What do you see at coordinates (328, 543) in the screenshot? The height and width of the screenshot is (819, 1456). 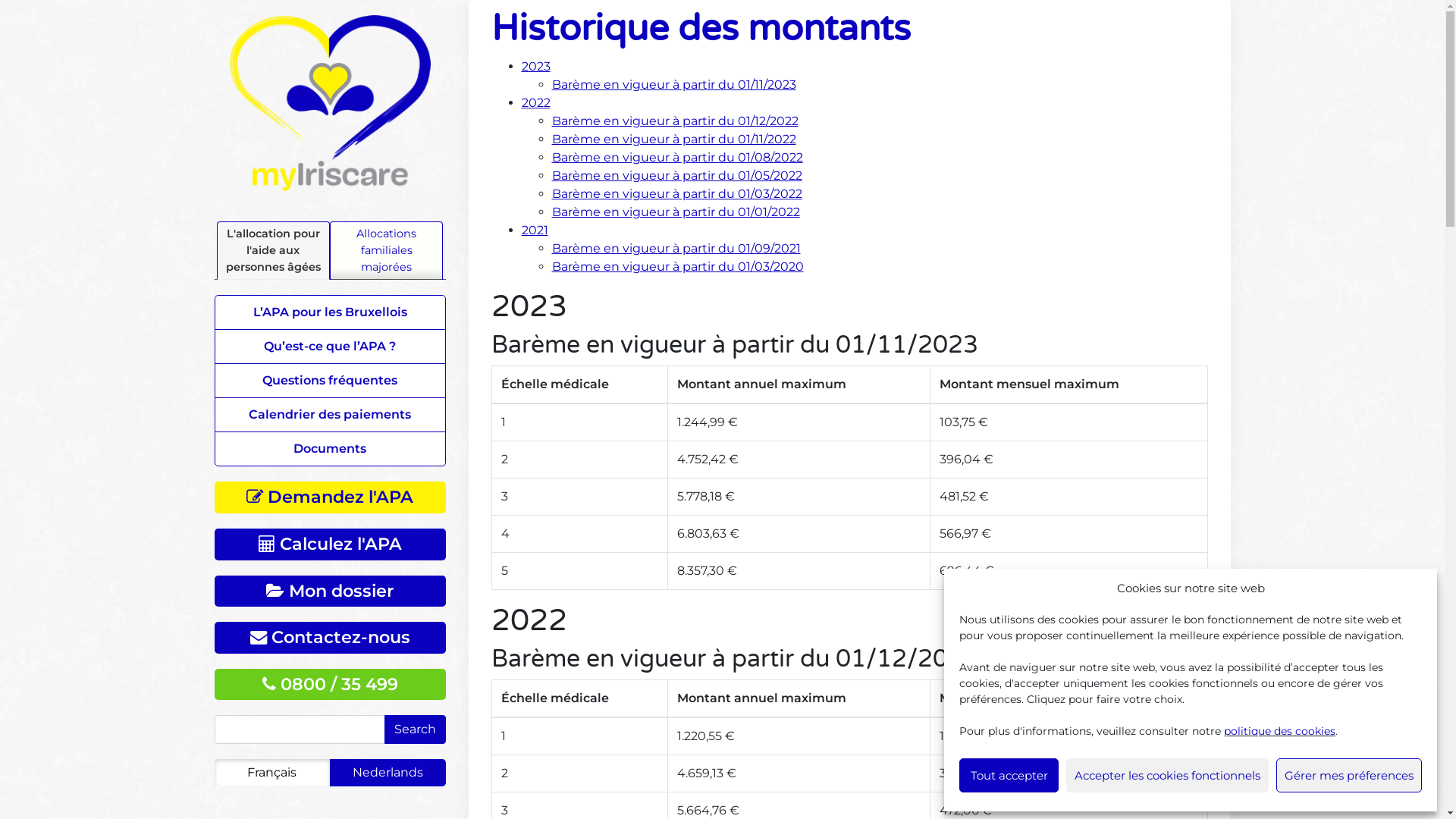 I see `'Calculez l'APA'` at bounding box center [328, 543].